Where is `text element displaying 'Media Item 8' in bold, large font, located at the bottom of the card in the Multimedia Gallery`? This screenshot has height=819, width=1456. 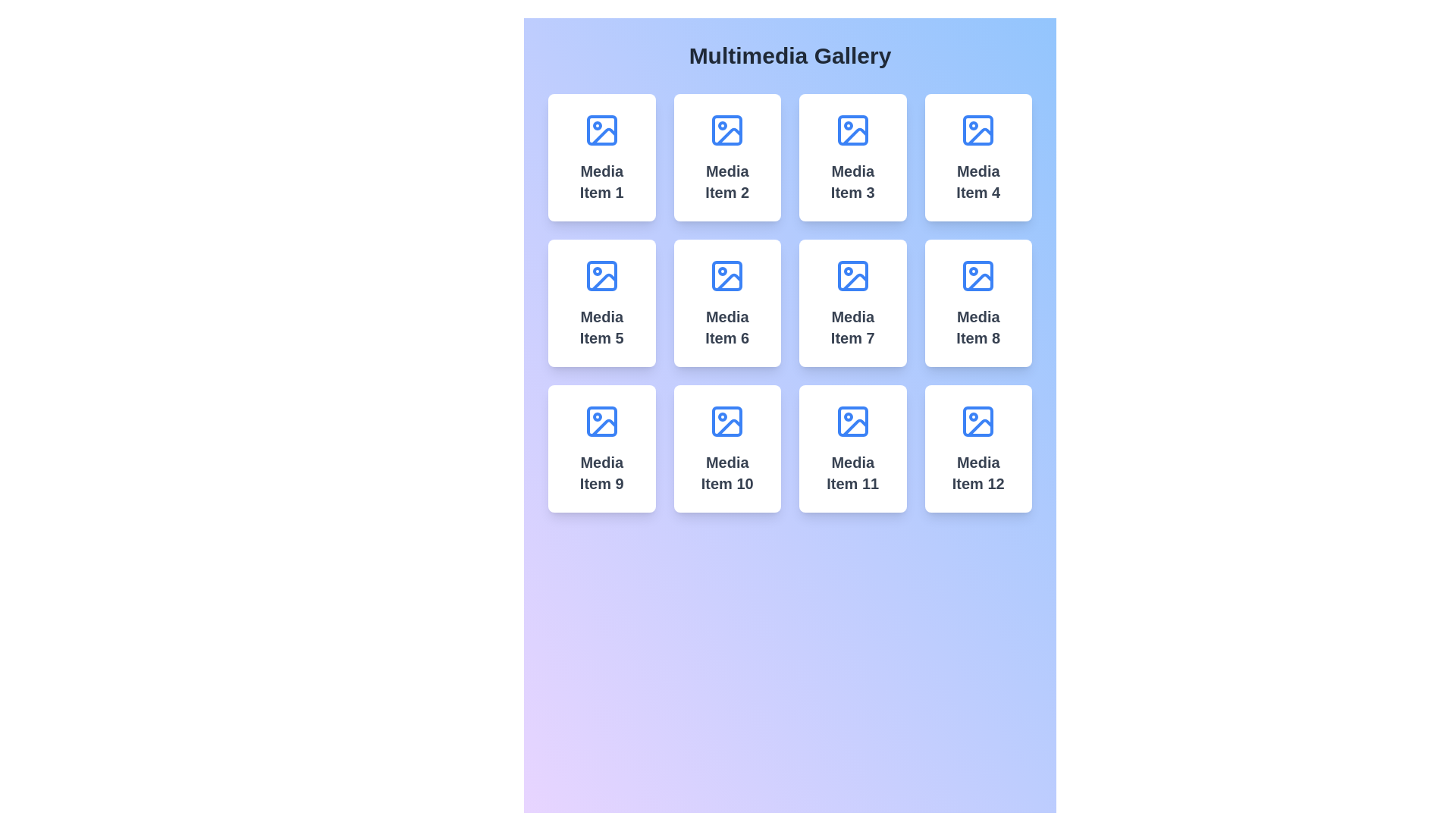
text element displaying 'Media Item 8' in bold, large font, located at the bottom of the card in the Multimedia Gallery is located at coordinates (978, 327).